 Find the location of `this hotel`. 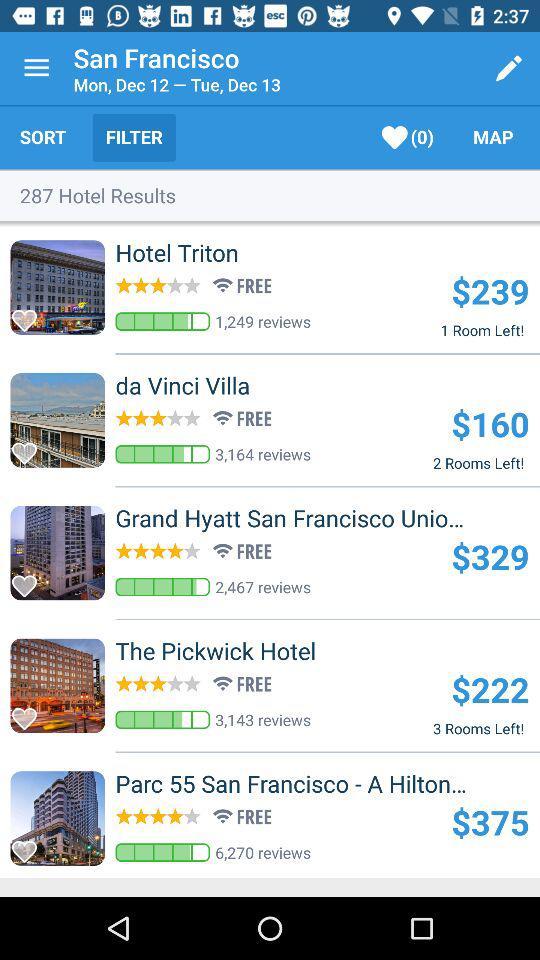

this hotel is located at coordinates (29, 315).